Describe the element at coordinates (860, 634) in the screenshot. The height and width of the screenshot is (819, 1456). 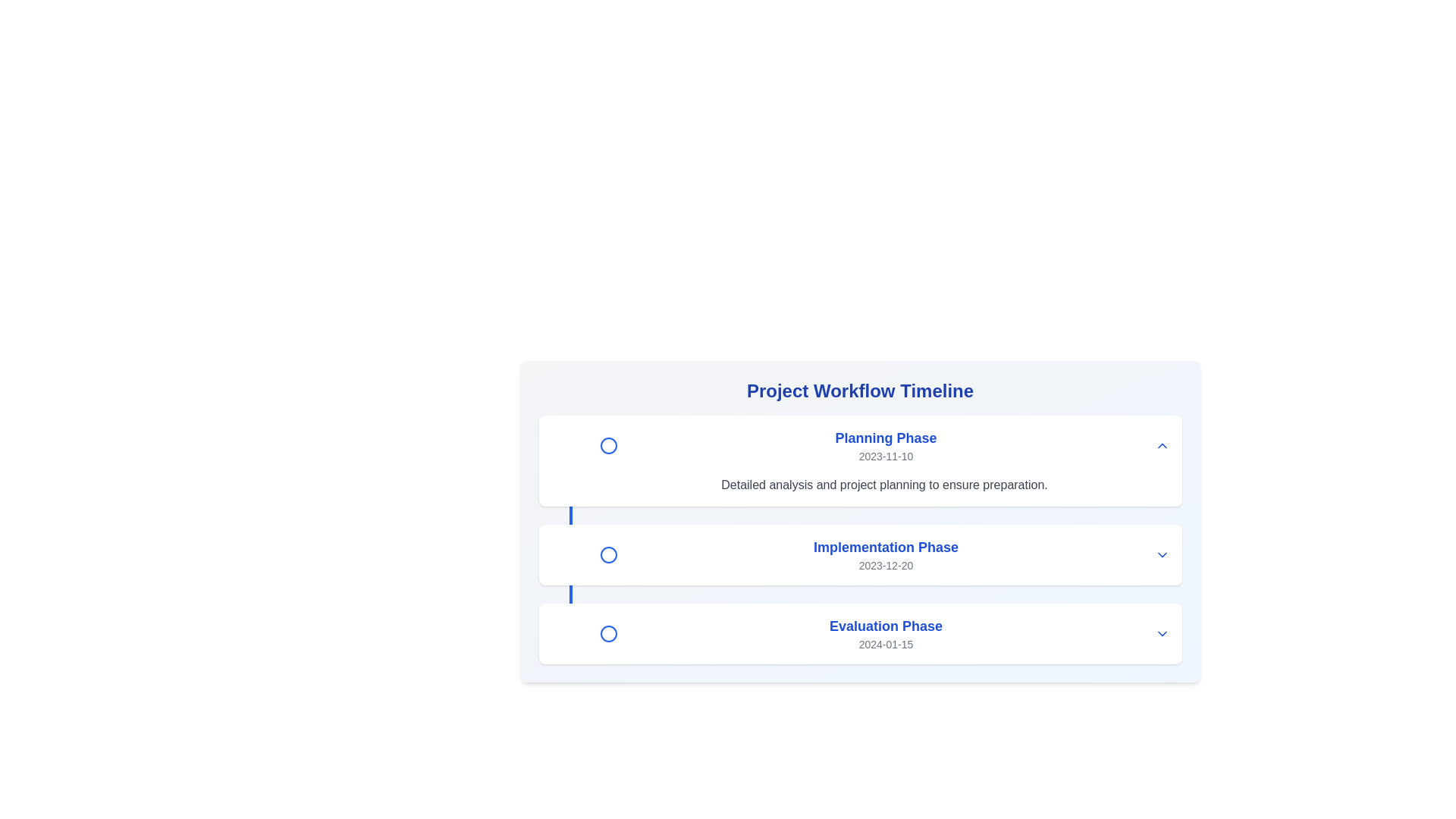
I see `the adjacent icon of the 'Evaluation Phase' timeline segment to expand more information` at that location.